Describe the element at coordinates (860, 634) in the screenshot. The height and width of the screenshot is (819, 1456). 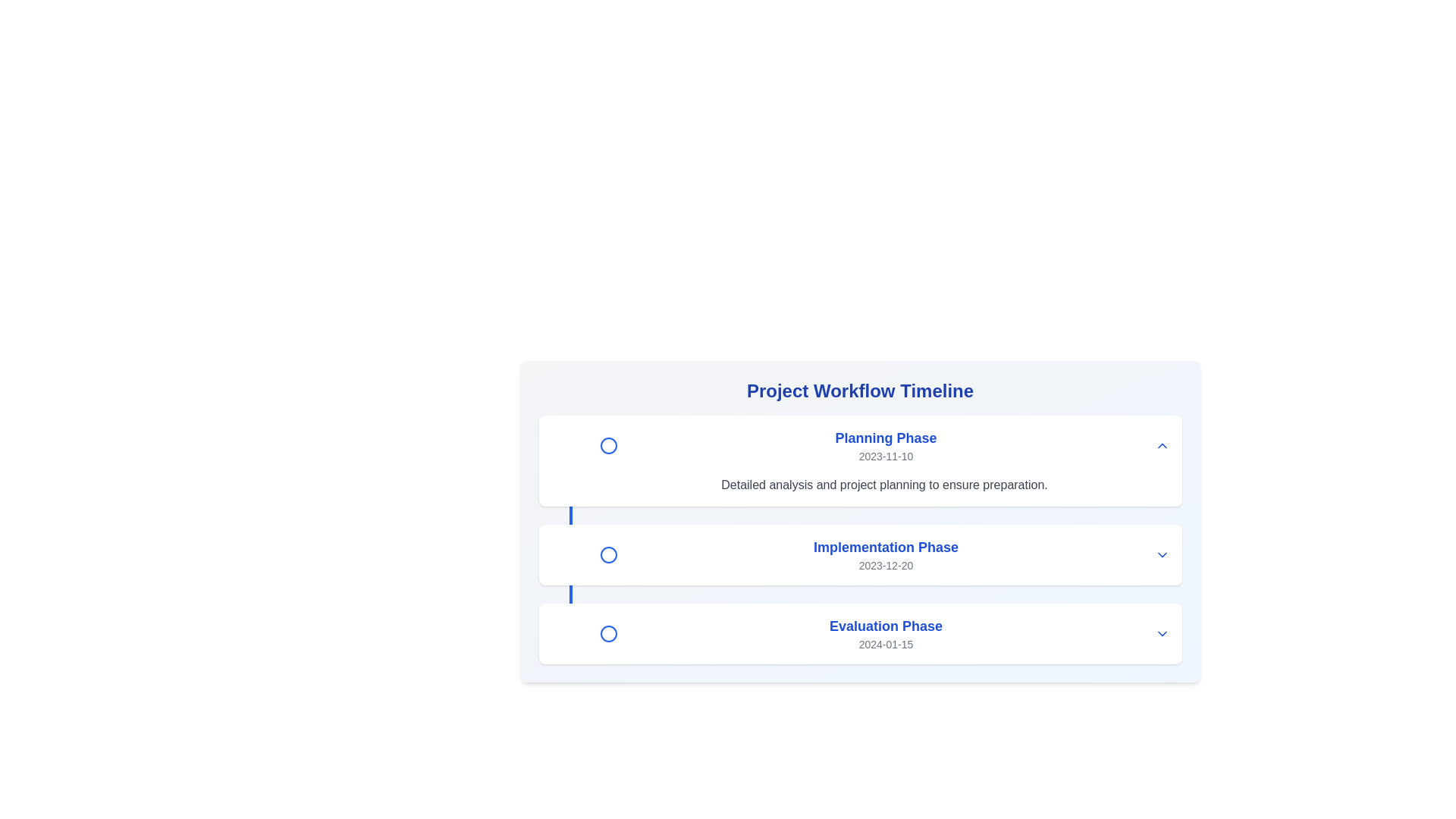
I see `the adjacent icon of the 'Evaluation Phase' timeline segment to expand more information` at that location.